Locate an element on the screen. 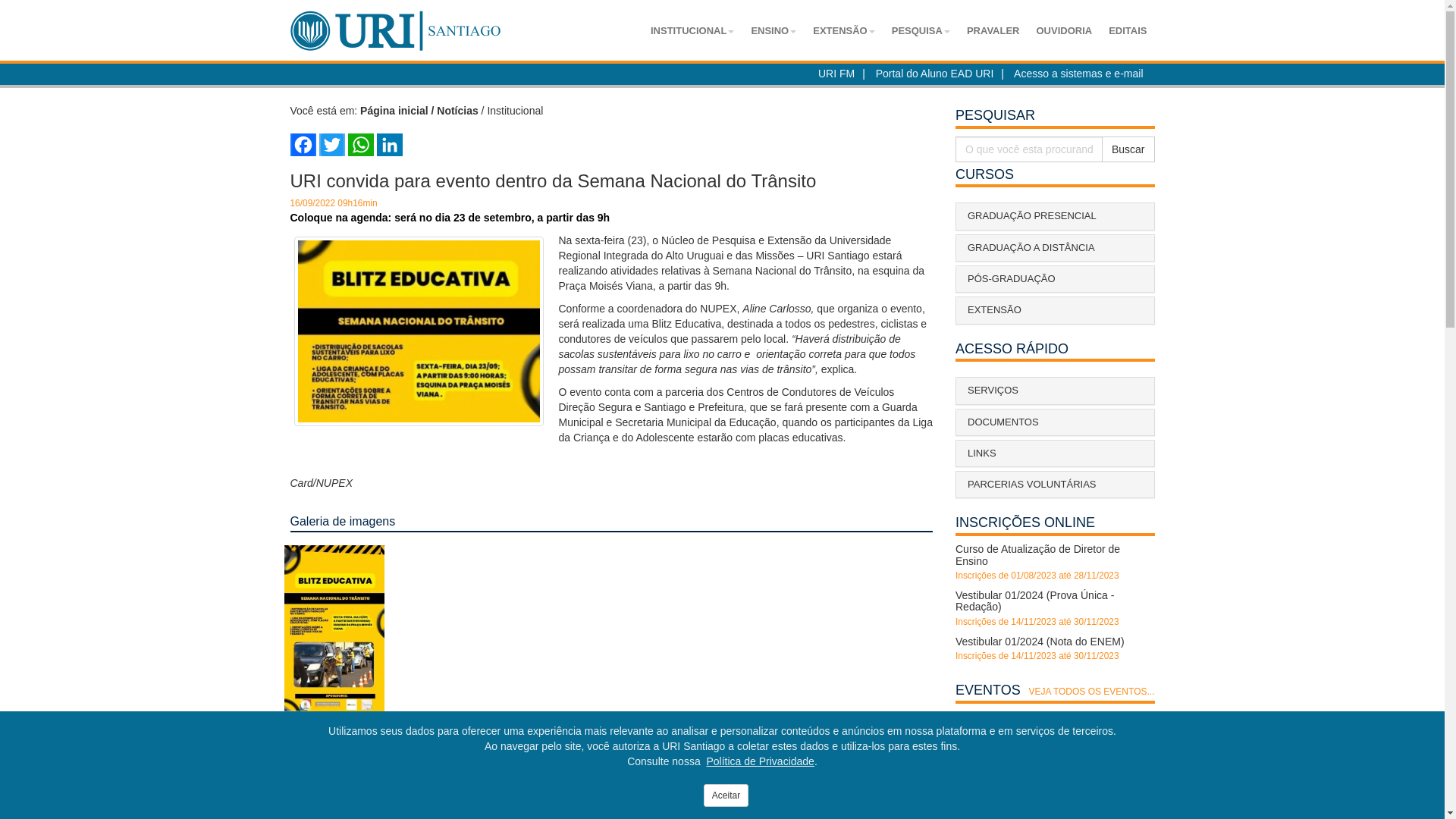 Image resolution: width=1456 pixels, height=819 pixels. 'DOCUMENTOS' is located at coordinates (1054, 422).